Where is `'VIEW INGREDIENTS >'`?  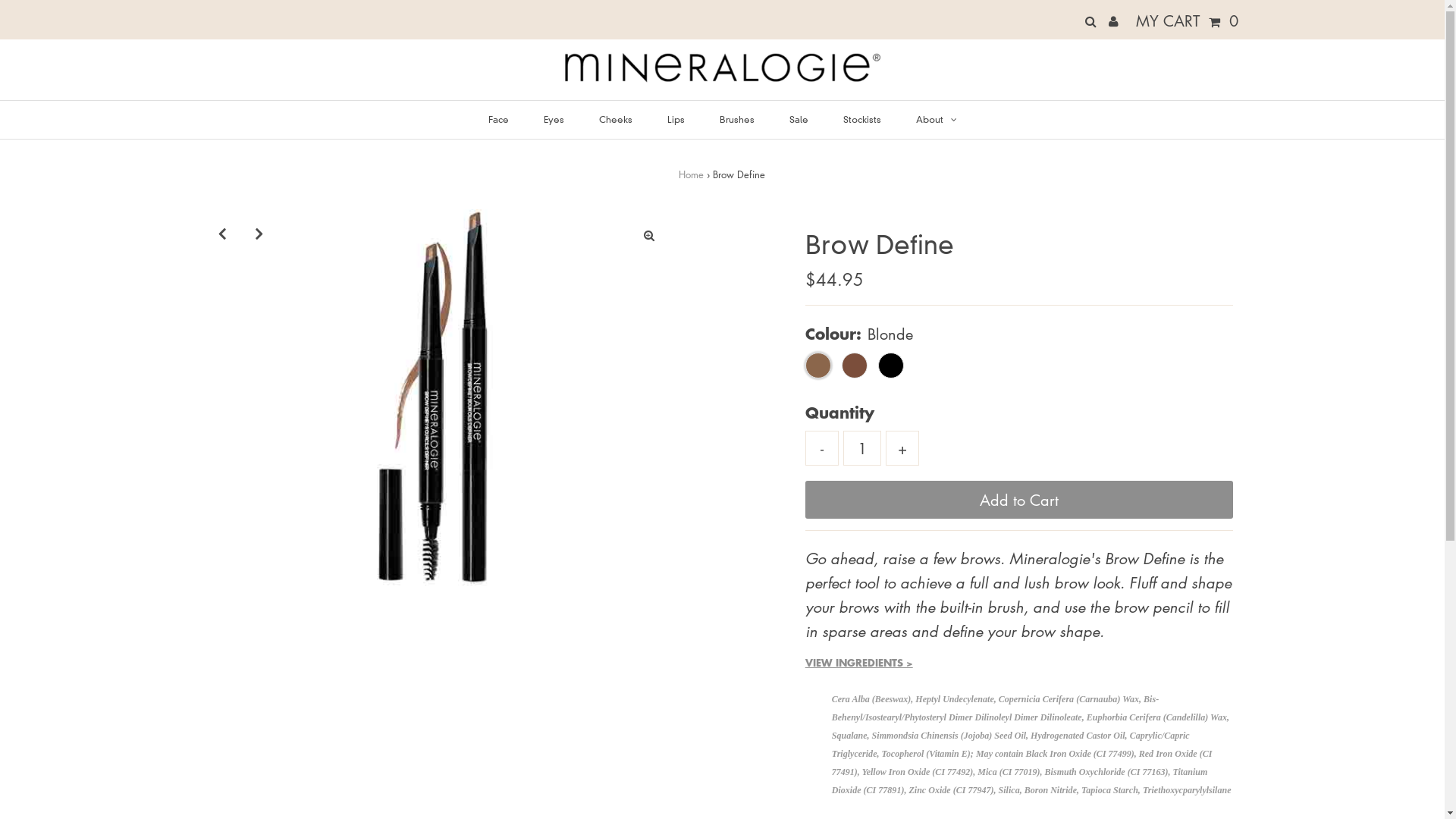
'VIEW INGREDIENTS >' is located at coordinates (858, 662).